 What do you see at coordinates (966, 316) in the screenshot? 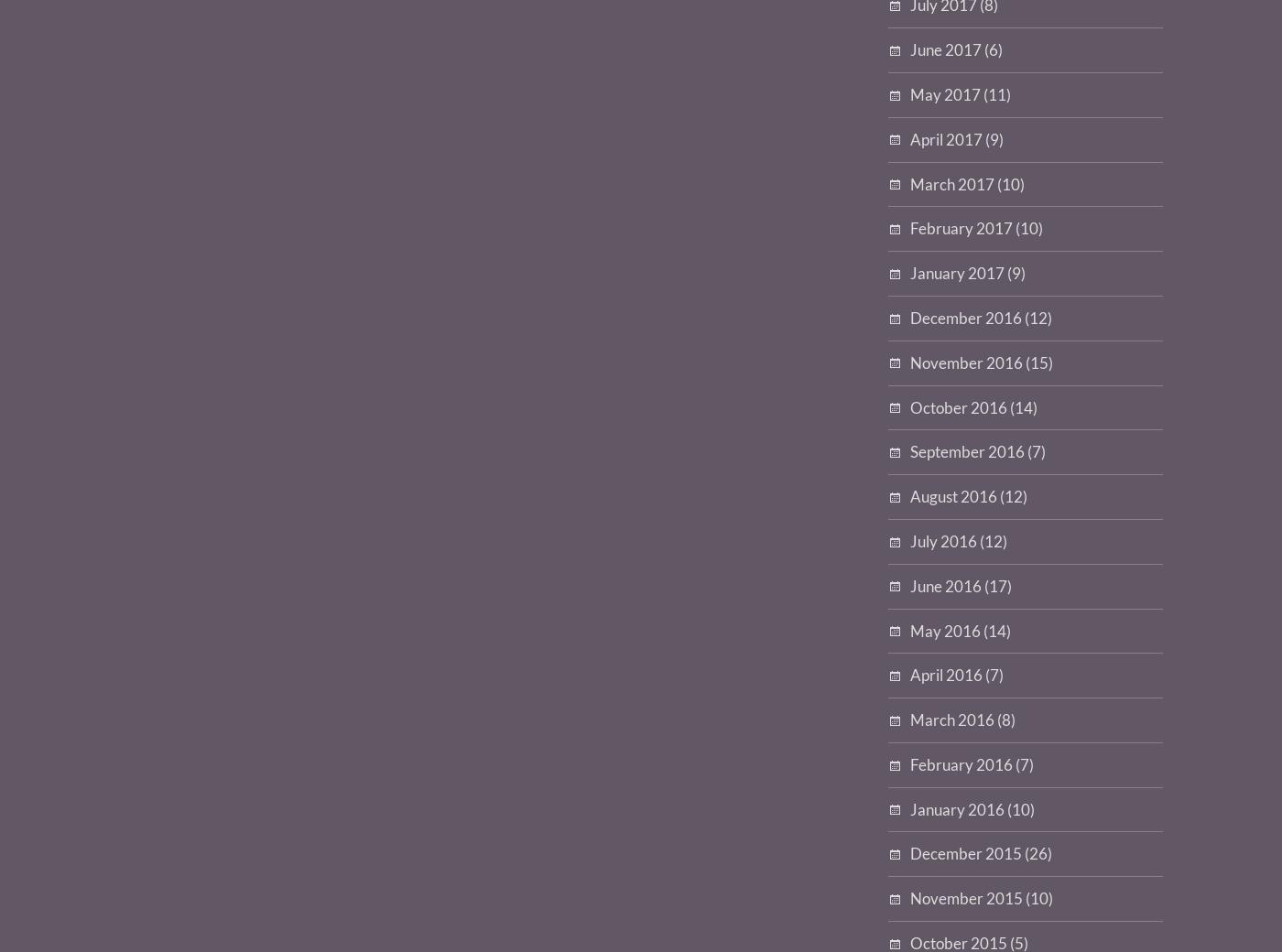
I see `'December 2016'` at bounding box center [966, 316].